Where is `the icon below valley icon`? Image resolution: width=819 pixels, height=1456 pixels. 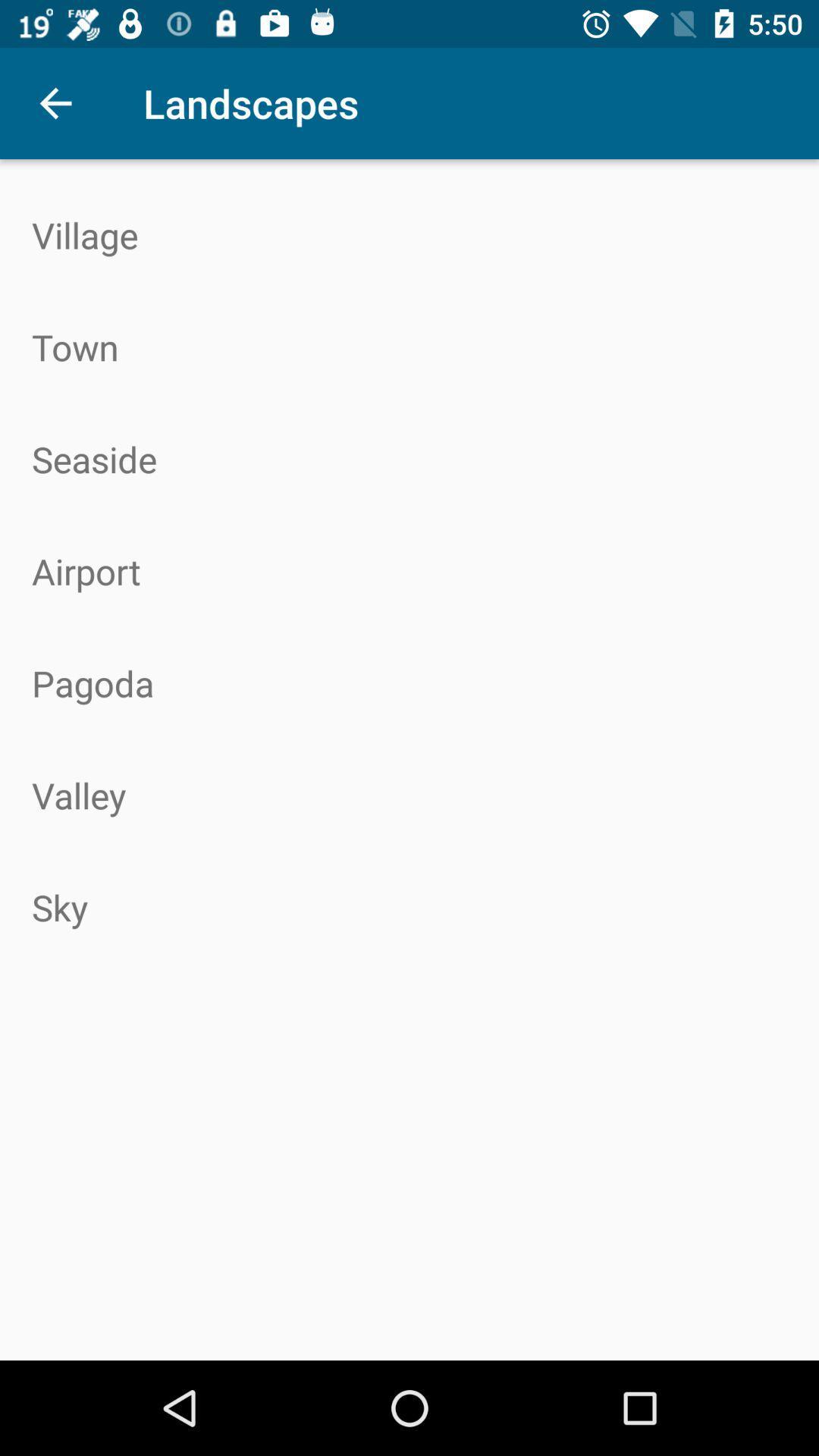
the icon below valley icon is located at coordinates (409, 907).